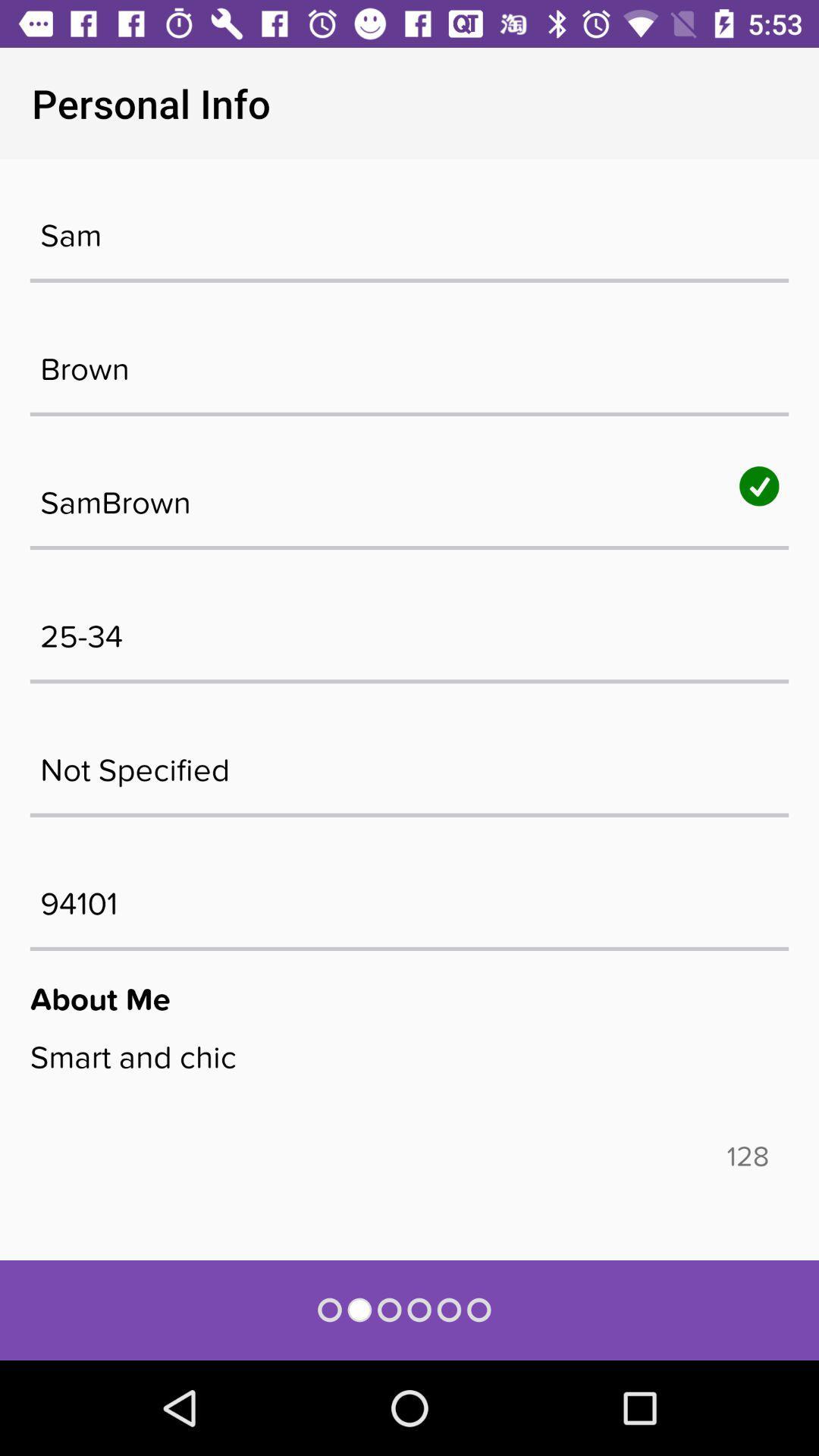  I want to click on the item above 128 icon, so click(409, 1088).